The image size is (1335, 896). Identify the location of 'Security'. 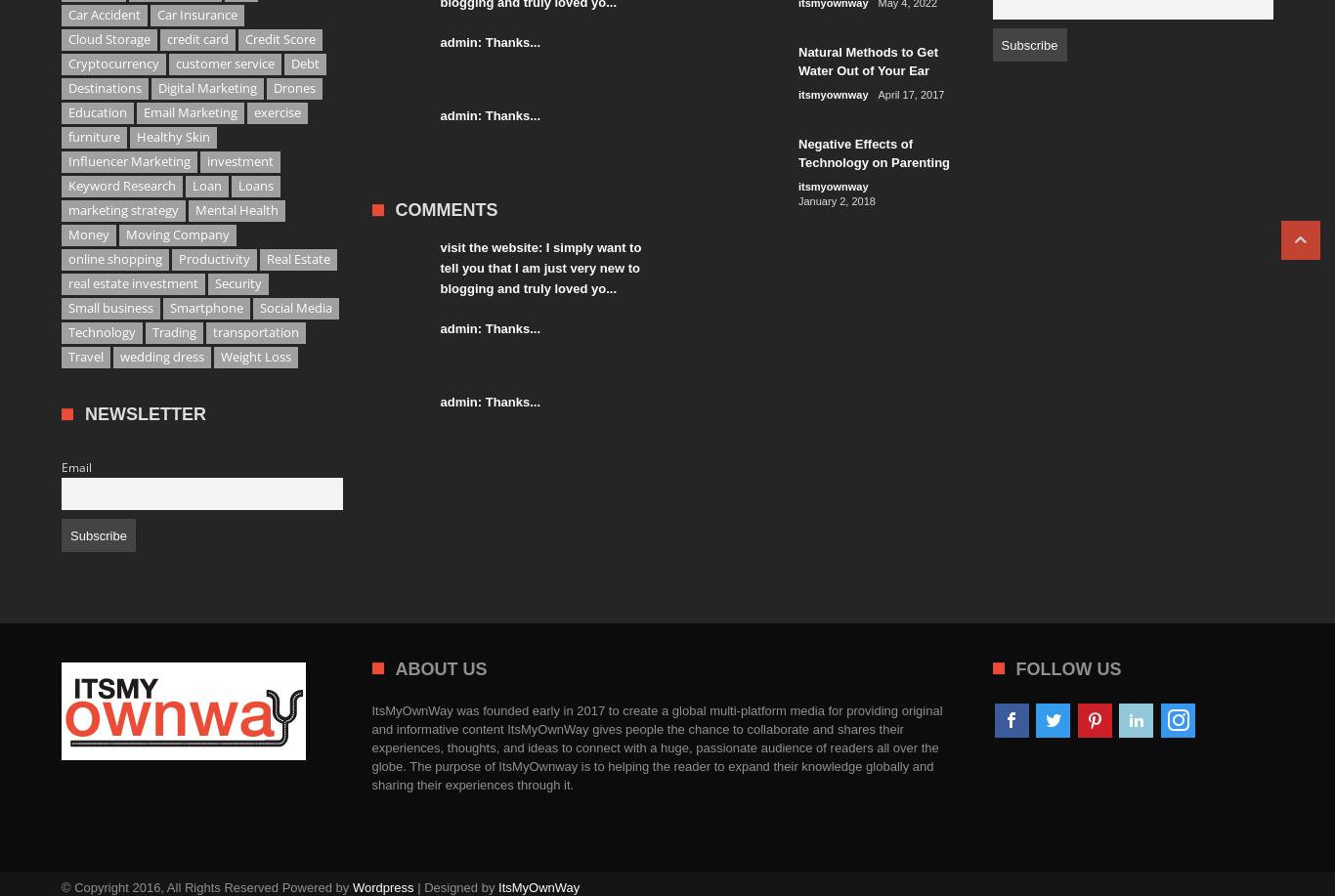
(237, 282).